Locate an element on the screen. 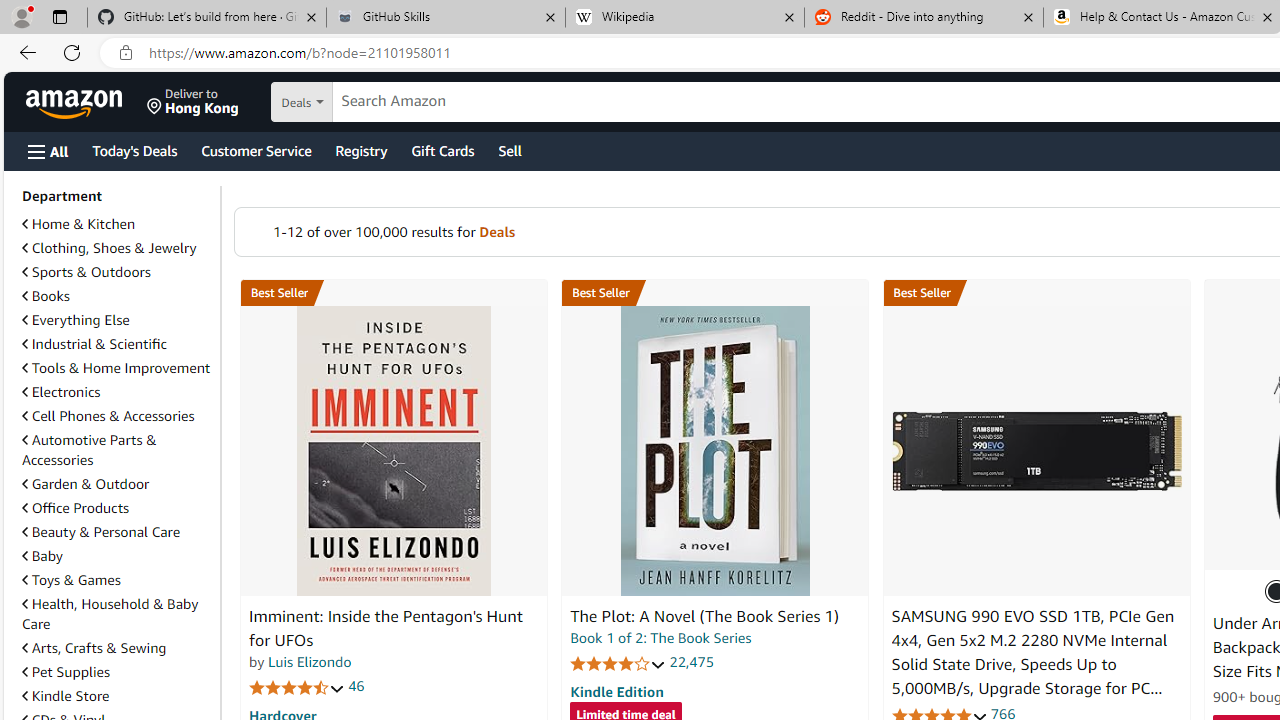  'Imminent: Inside the Pentagon' is located at coordinates (386, 628).